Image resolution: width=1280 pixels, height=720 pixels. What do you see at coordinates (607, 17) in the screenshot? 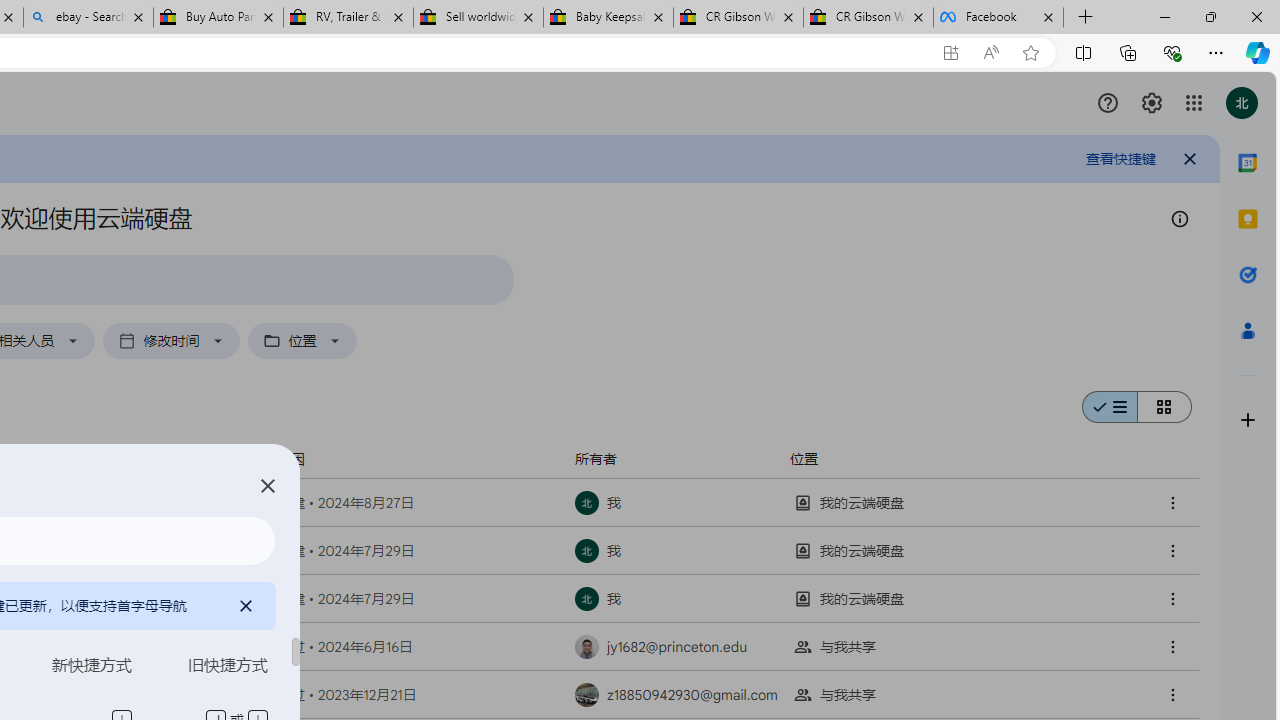
I see `'Baby Keepsakes & Announcements for sale | eBay'` at bounding box center [607, 17].